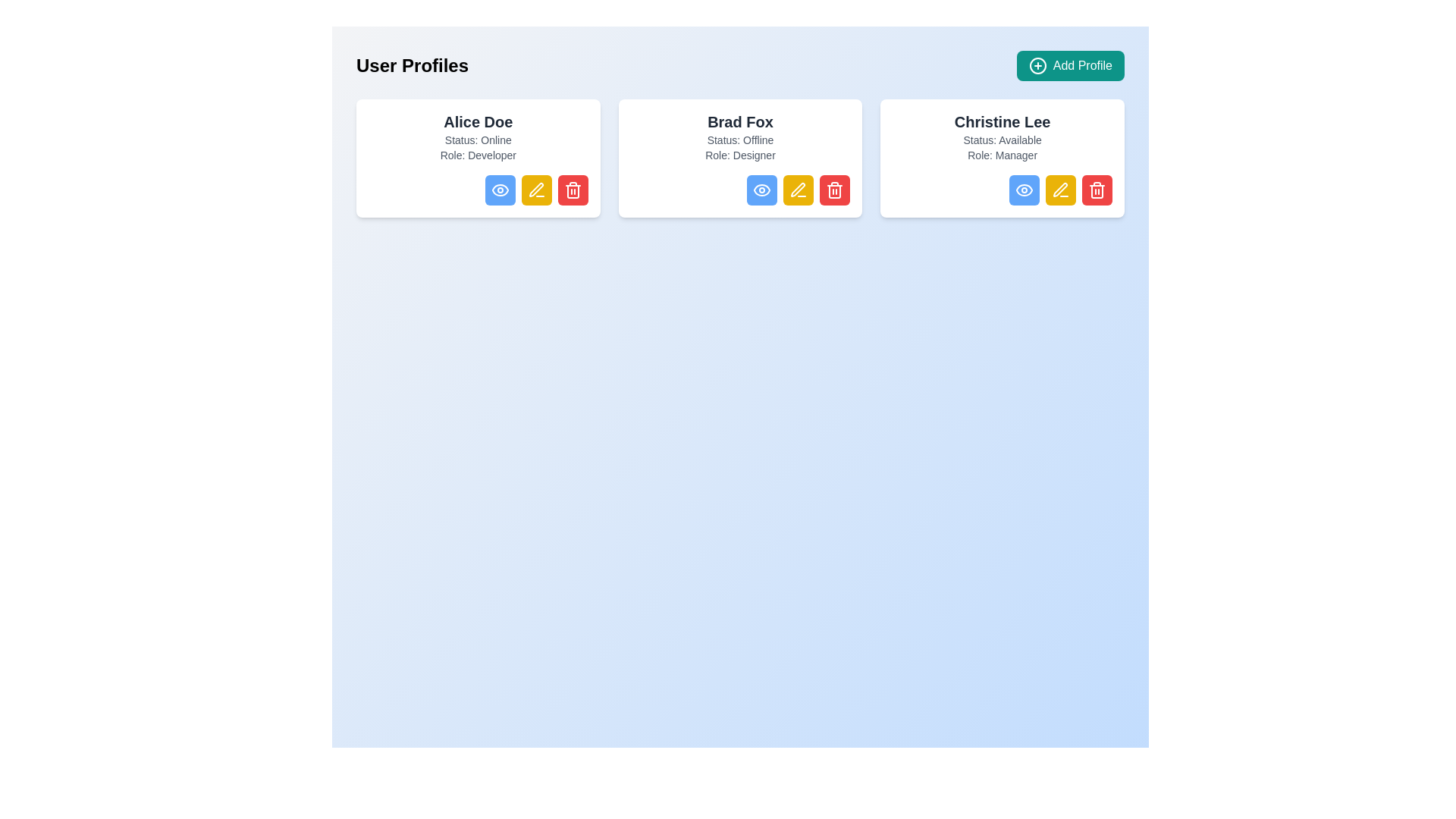 This screenshot has height=819, width=1456. I want to click on the 'Edit Profile' button located at the bottom of Christine Lee's user profile card, so click(1059, 189).